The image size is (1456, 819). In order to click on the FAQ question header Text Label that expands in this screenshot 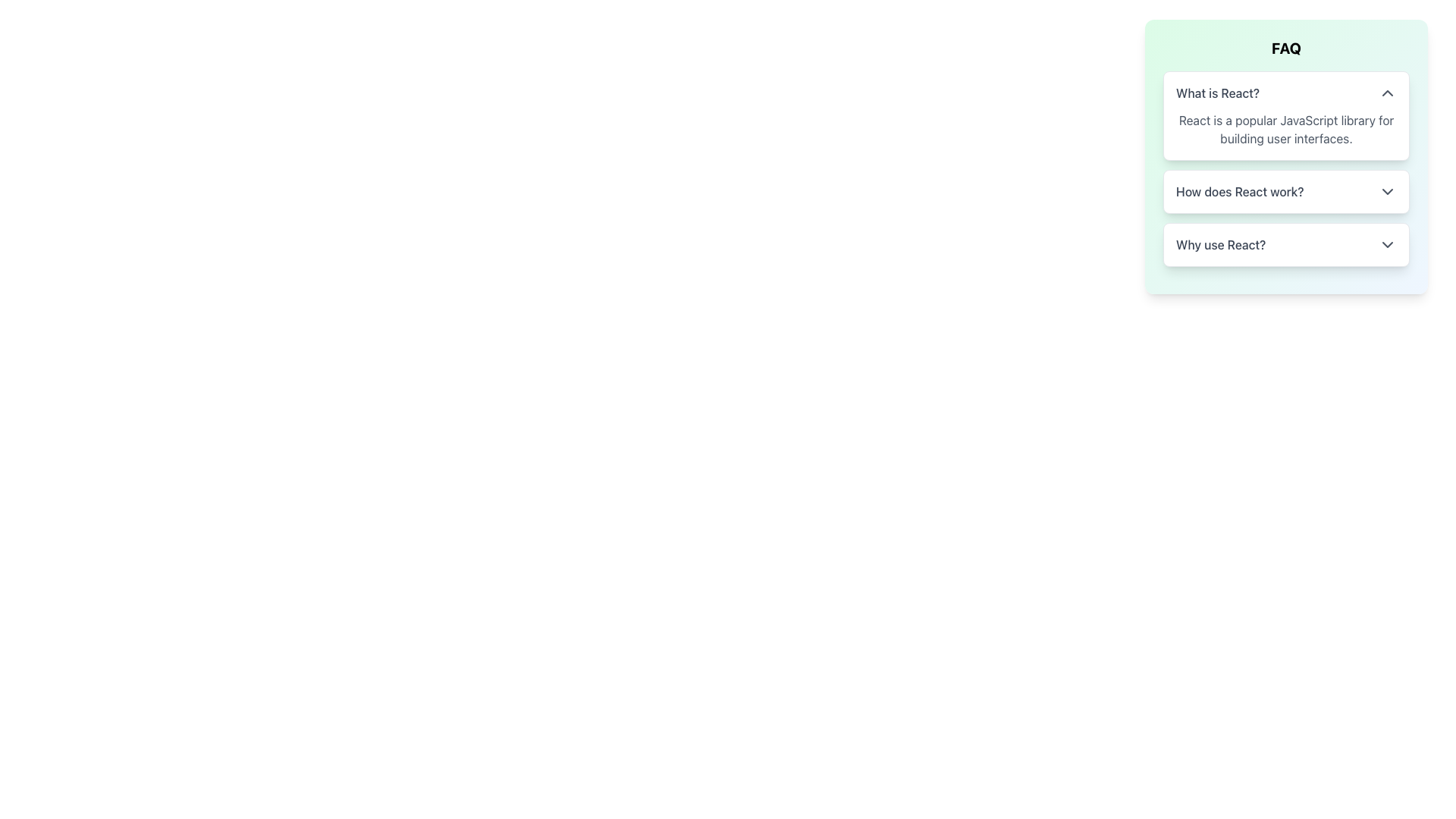, I will do `click(1240, 191)`.